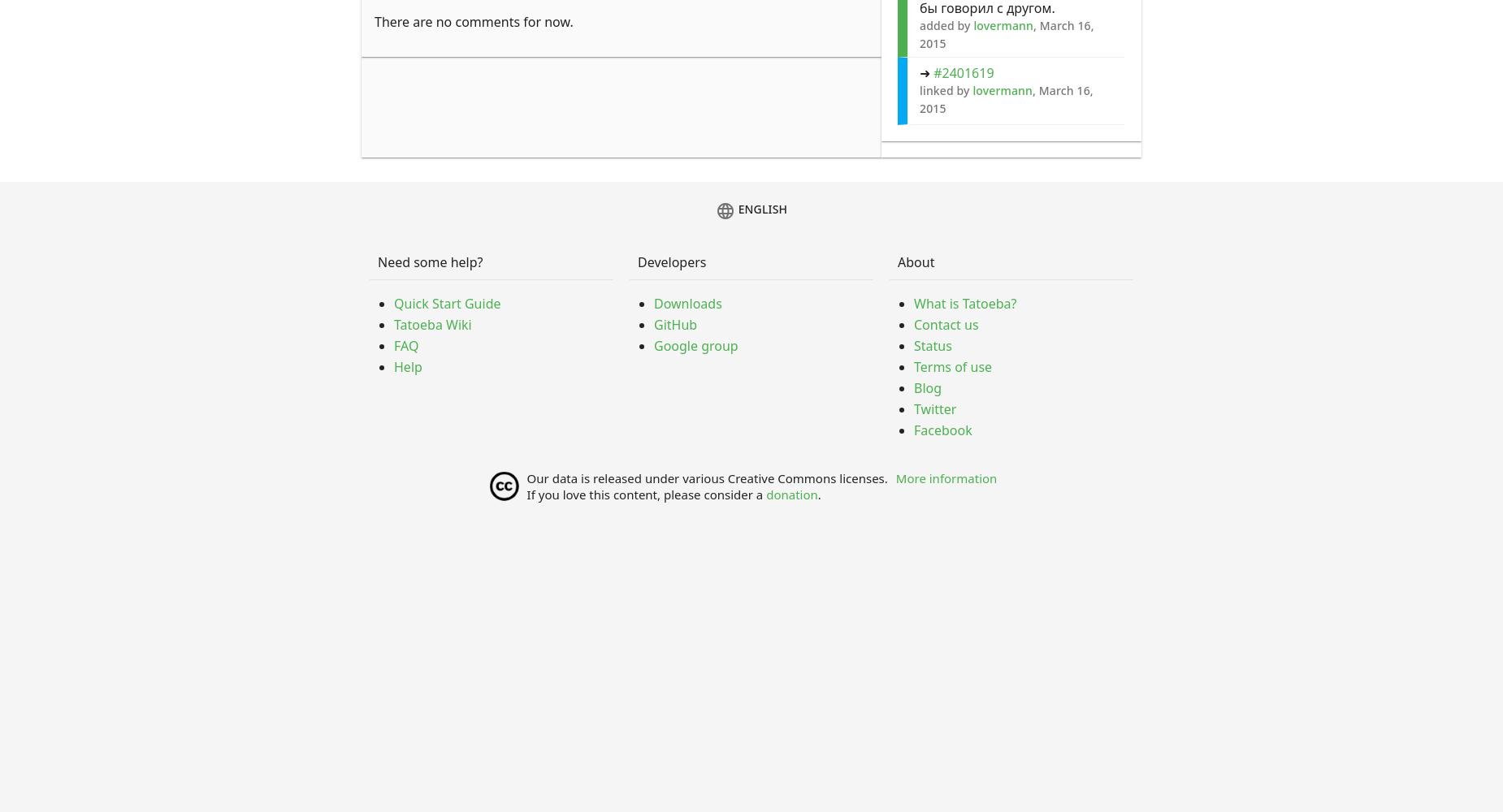  I want to click on 'If you love this content, please consider a', so click(646, 494).